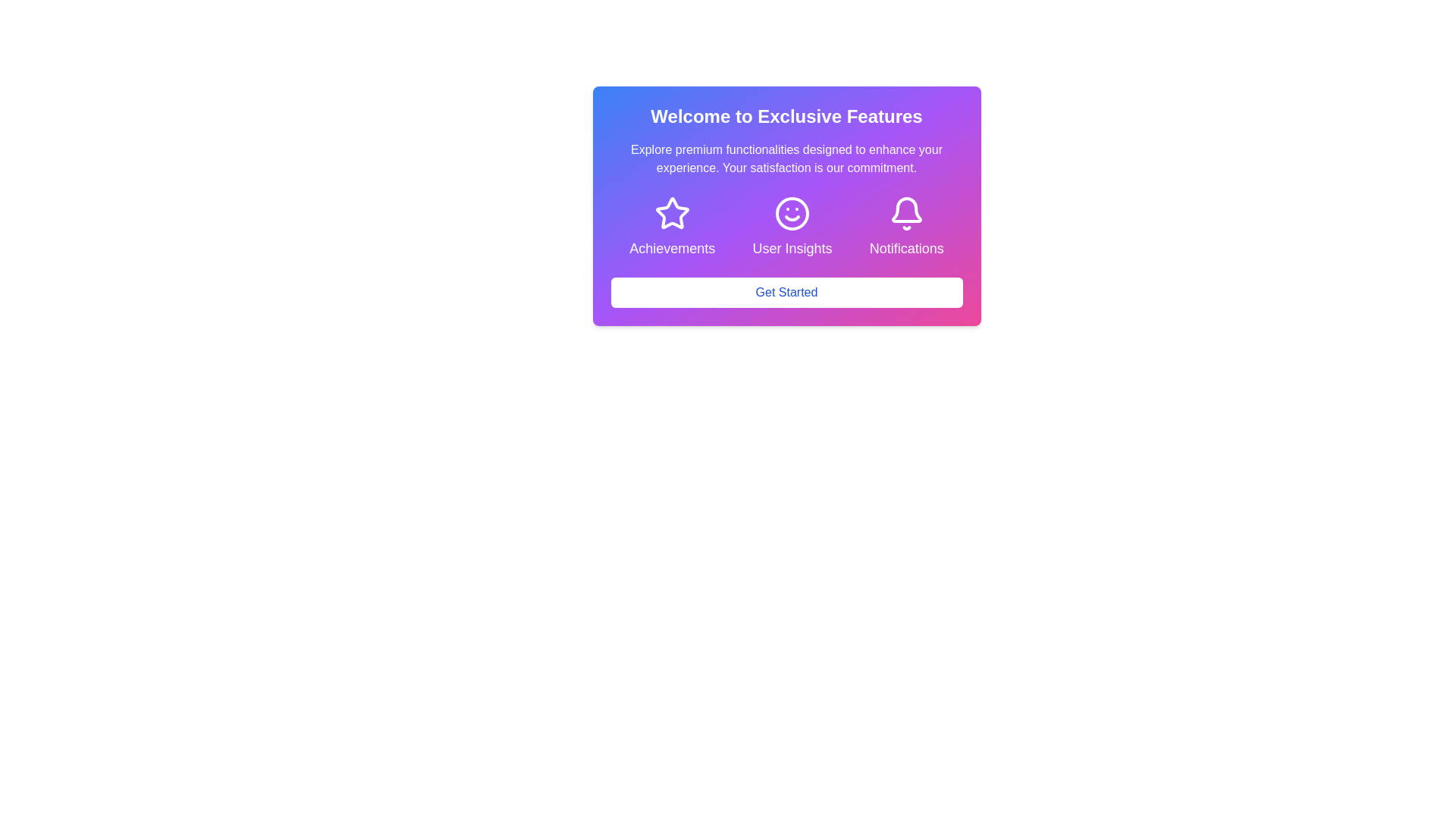 This screenshot has width=1456, height=819. Describe the element at coordinates (792, 213) in the screenshot. I see `the decorative circle element representing the outline of the smiley face icon that symbolizes 'User Insights', positioned centrally between the 'Achievements' and 'Notifications' icons` at that location.